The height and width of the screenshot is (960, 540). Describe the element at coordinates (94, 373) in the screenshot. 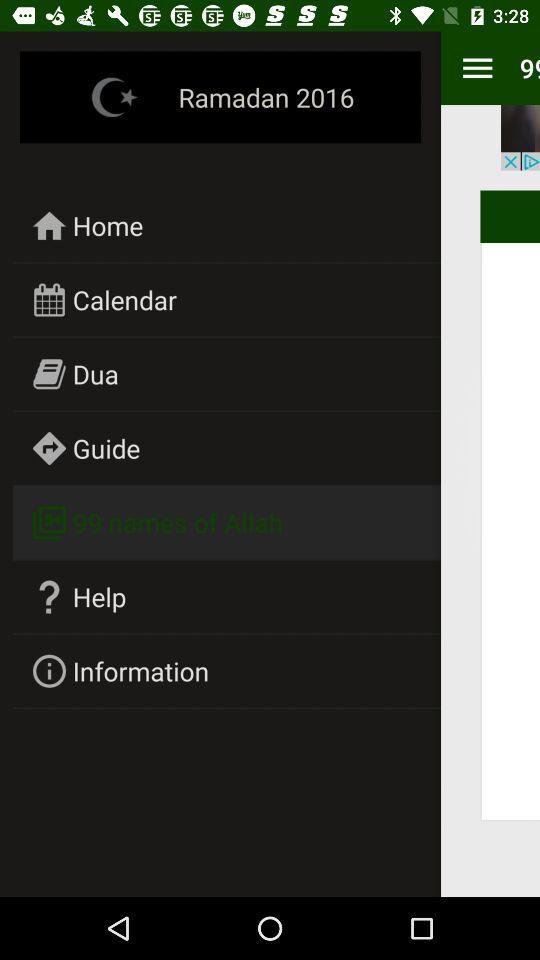

I see `the dua icon` at that location.